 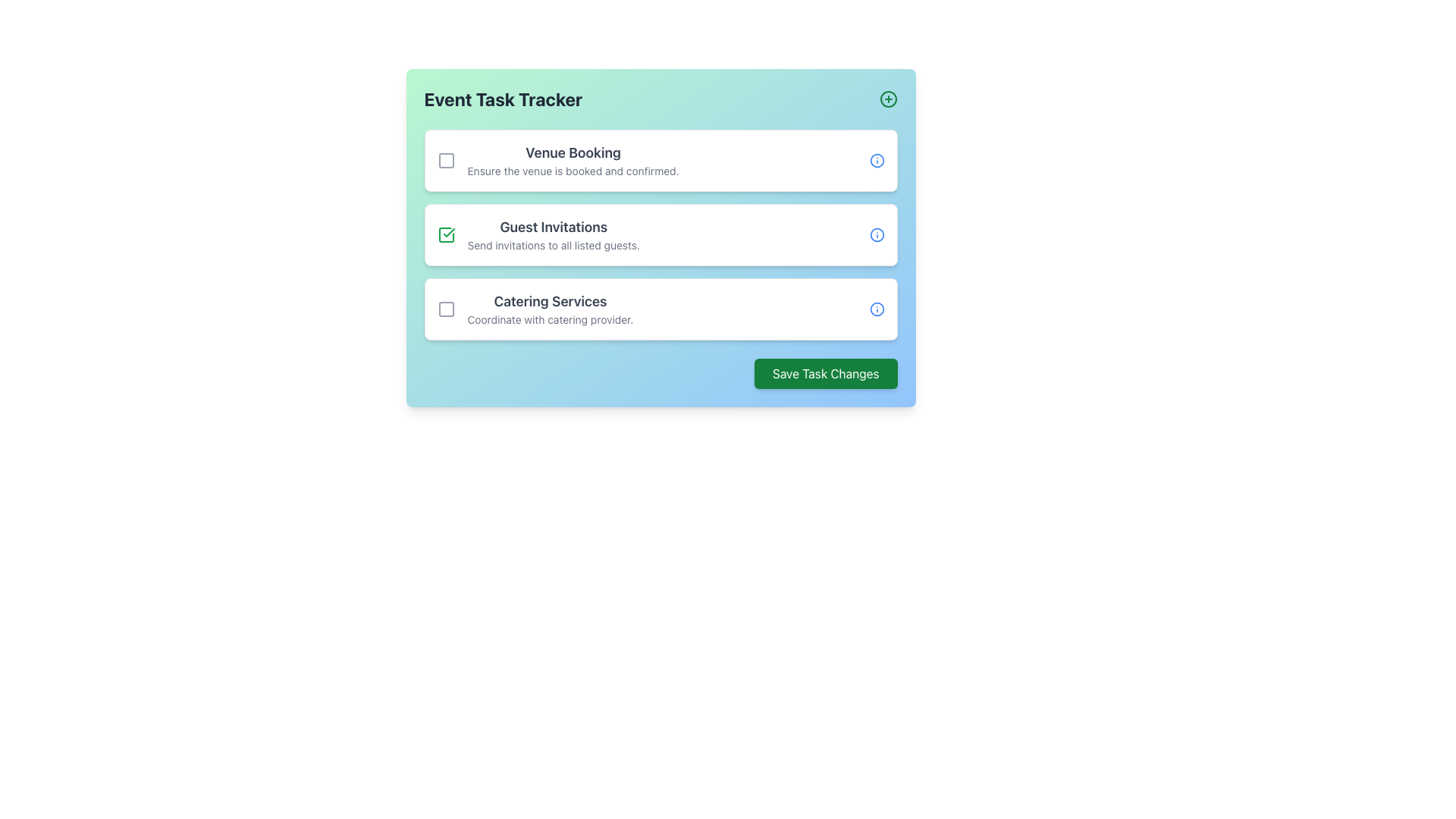 What do you see at coordinates (877, 309) in the screenshot?
I see `the circular icon button with a blue outline located at the far right of the 'Catering Services' row to show additional options` at bounding box center [877, 309].